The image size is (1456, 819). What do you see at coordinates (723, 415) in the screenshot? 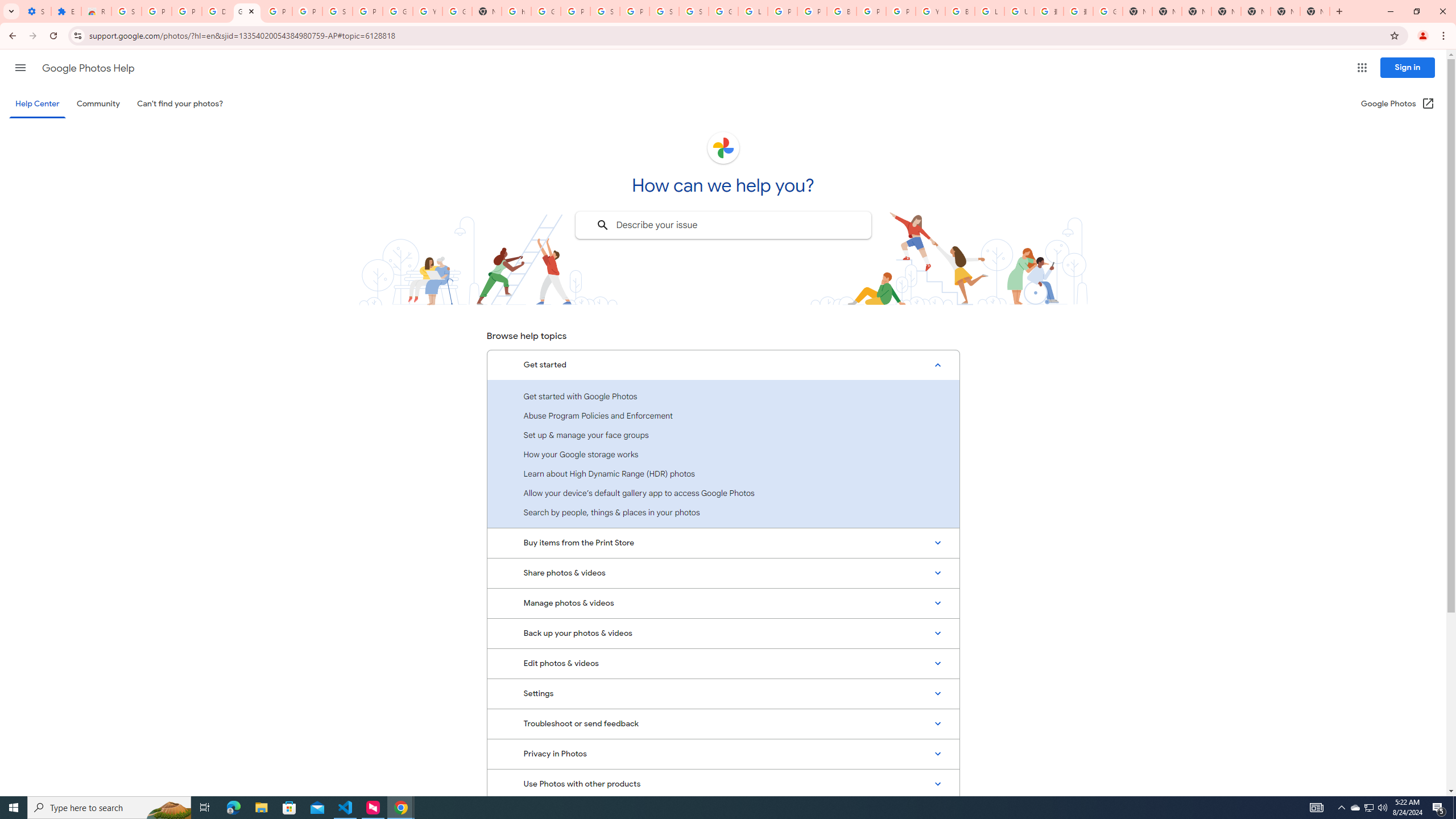
I see `'Abuse Program Policies and Enforcement'` at bounding box center [723, 415].